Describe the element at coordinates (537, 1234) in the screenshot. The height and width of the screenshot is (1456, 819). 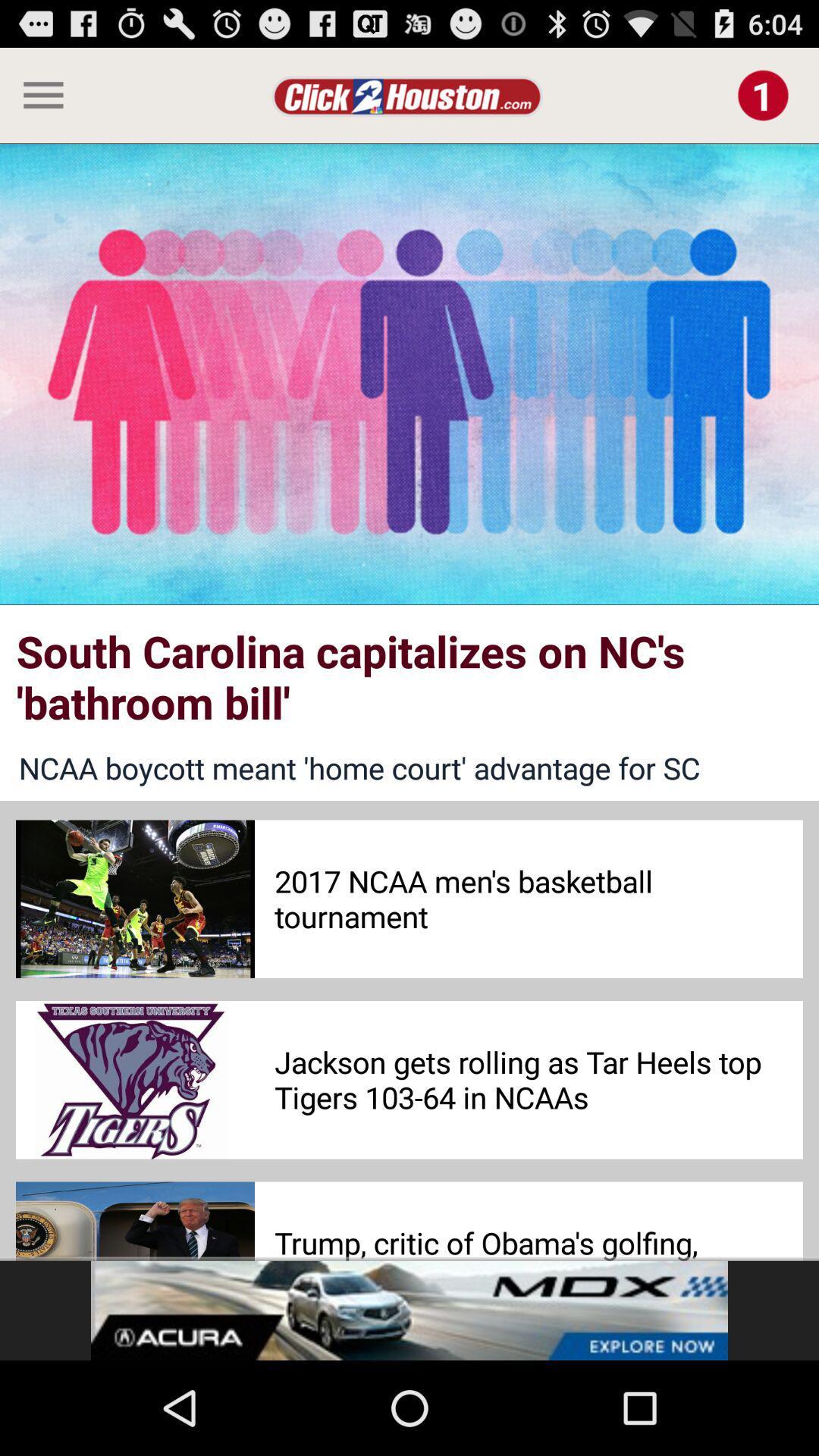
I see `1 line text above acura` at that location.